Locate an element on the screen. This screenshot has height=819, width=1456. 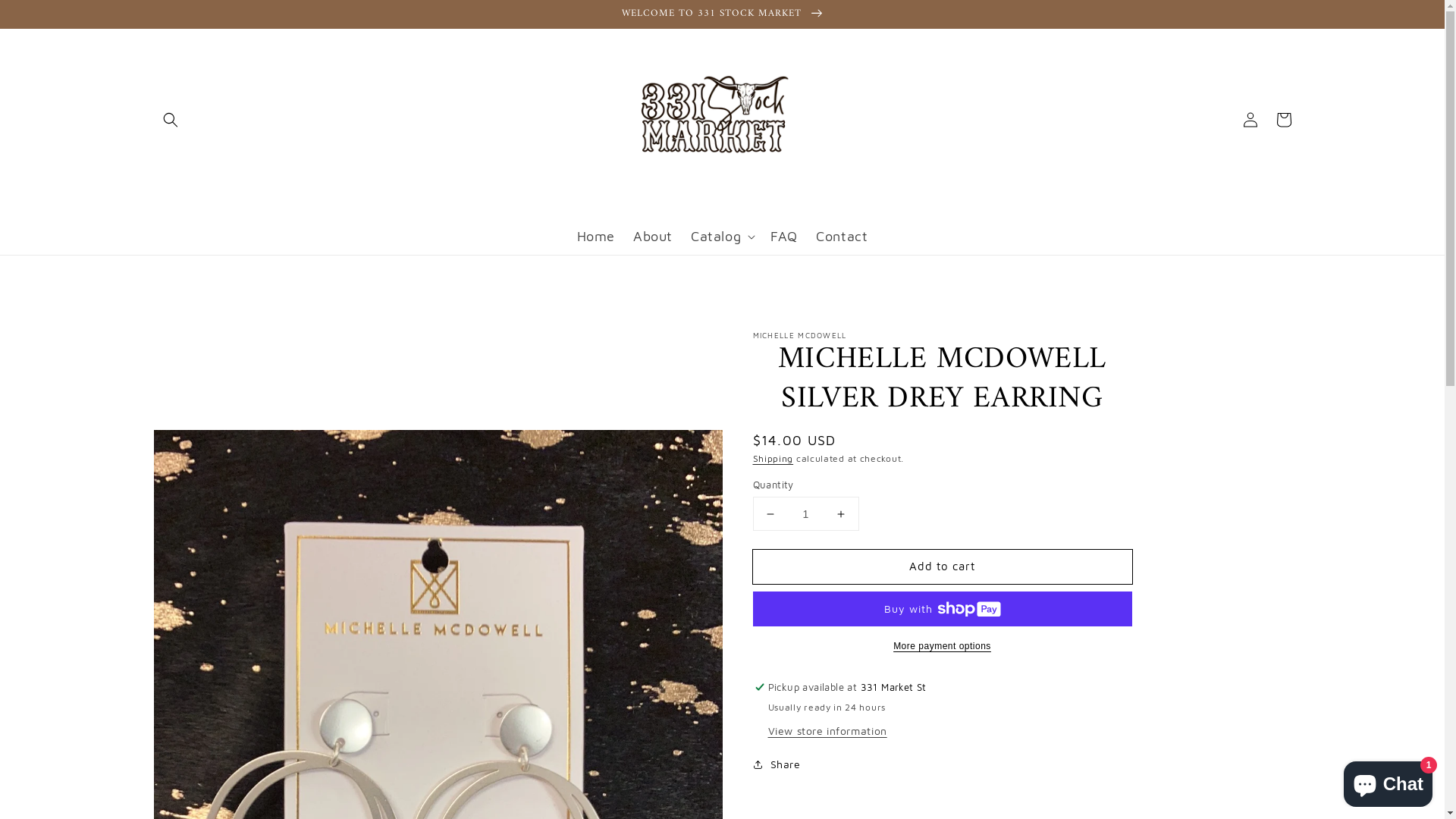
'Skip to product information    ' is located at coordinates (437, 368).